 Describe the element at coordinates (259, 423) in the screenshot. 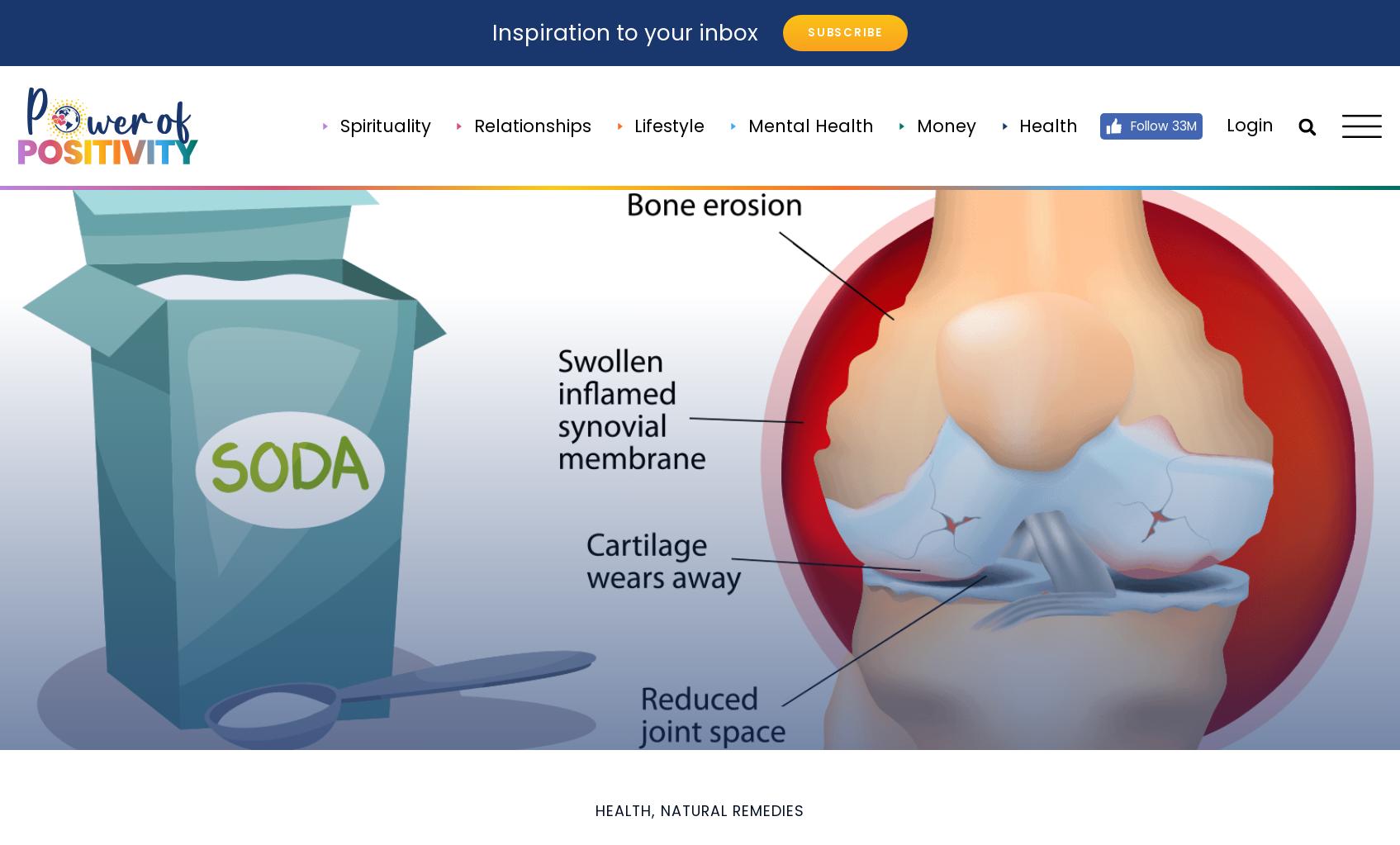

I see `'Sunshine Box Product'` at that location.